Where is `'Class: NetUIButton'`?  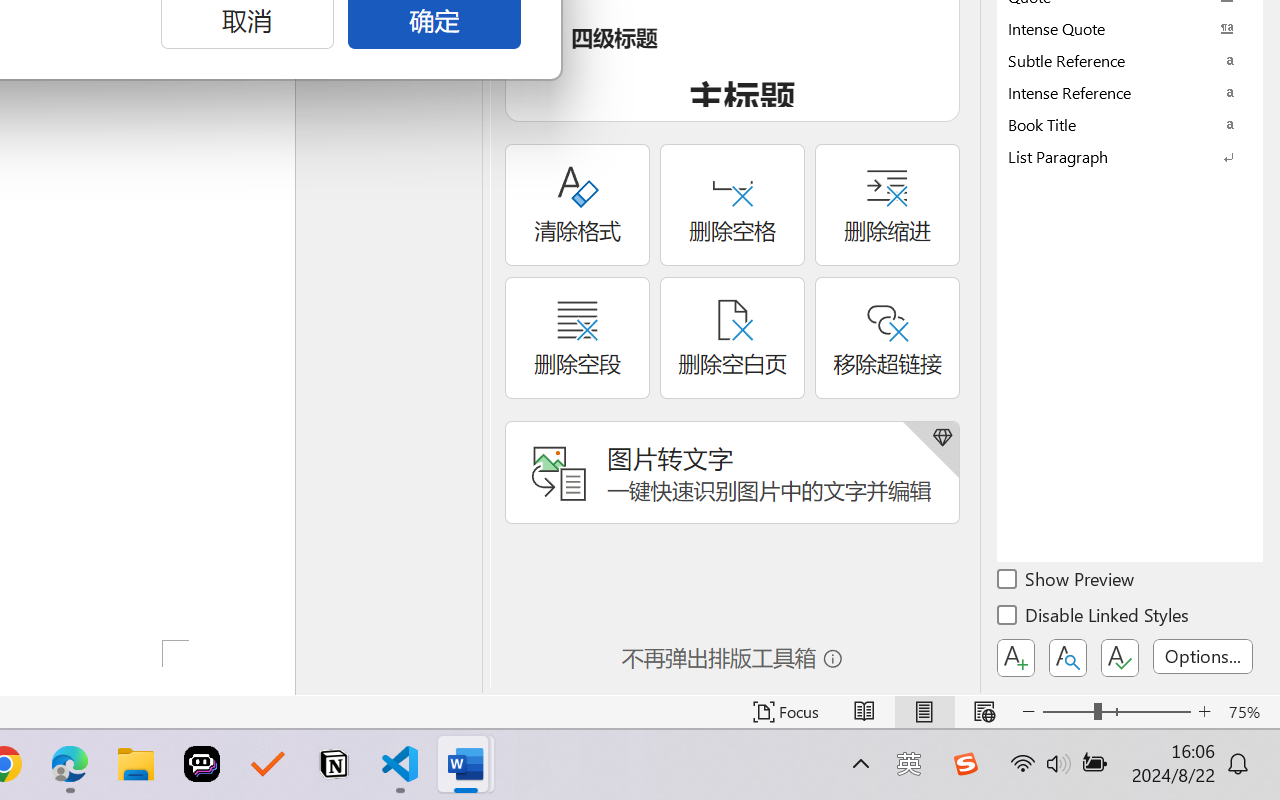
'Class: NetUIButton' is located at coordinates (1120, 657).